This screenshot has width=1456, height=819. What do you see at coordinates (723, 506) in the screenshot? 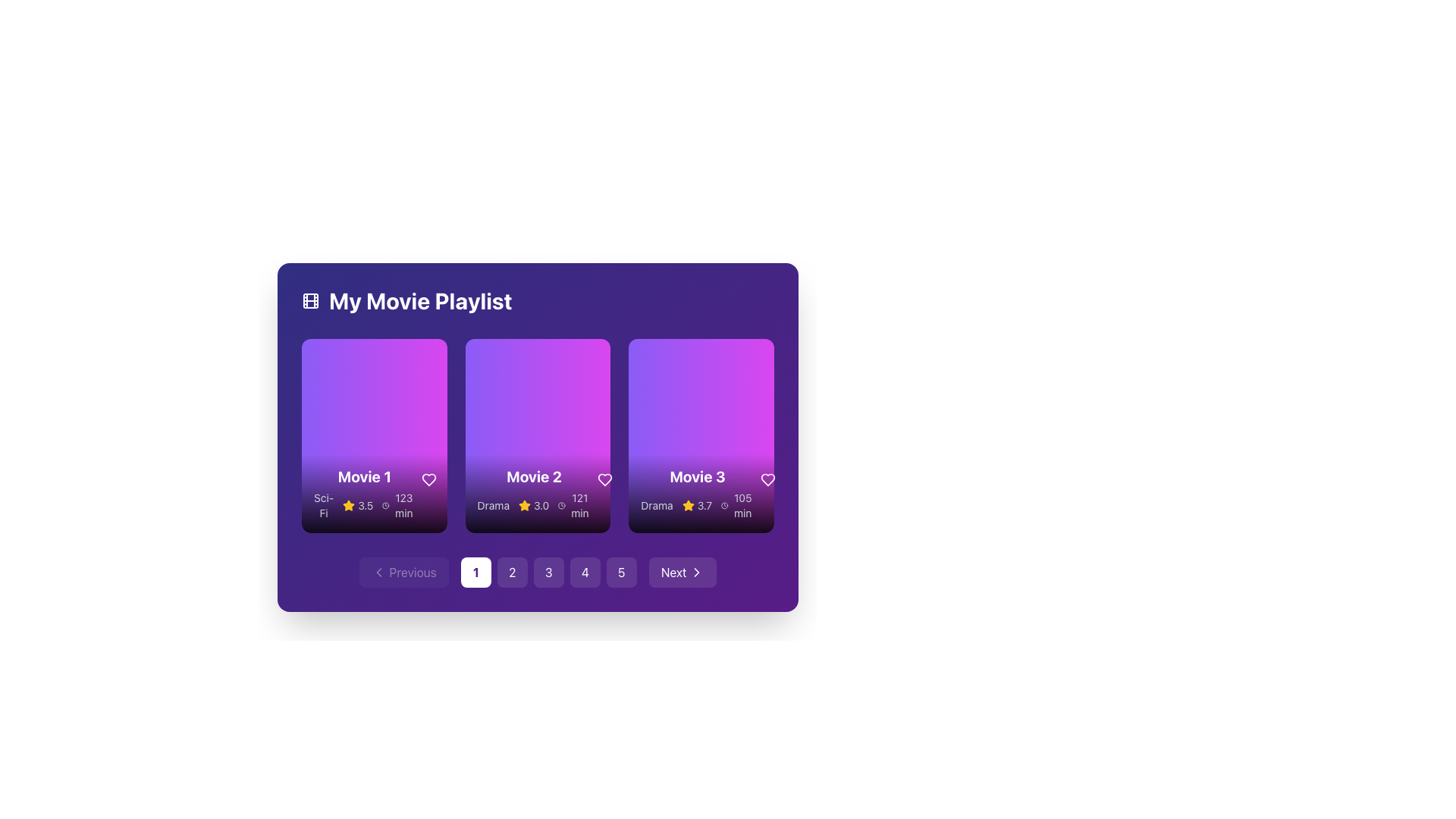
I see `clock icon located within the card for 'Movie 3' in the movie playlist interface, positioned to the left of the text '105 min' and below the movie's rating information using developer tools` at bounding box center [723, 506].